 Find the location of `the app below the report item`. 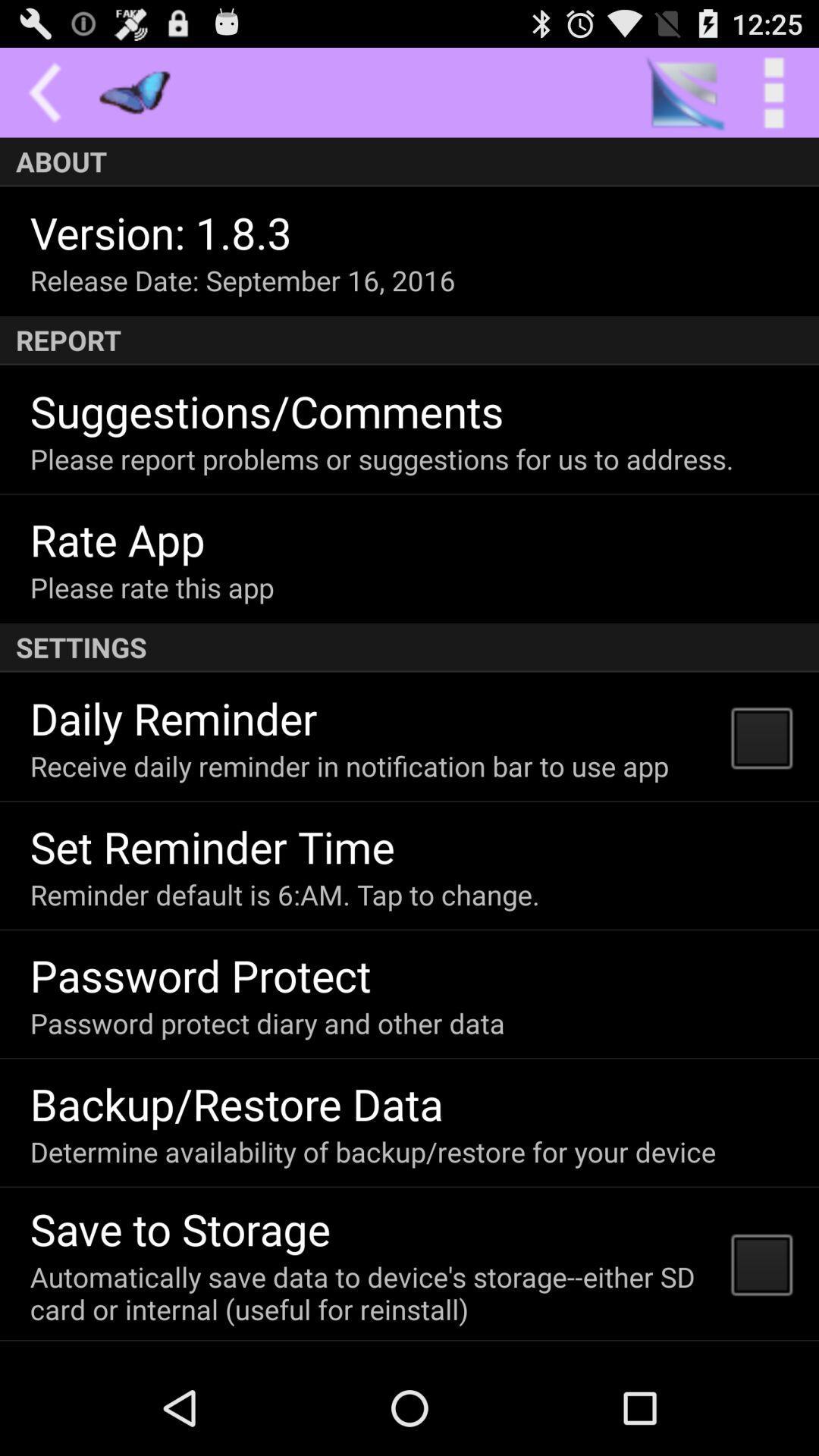

the app below the report item is located at coordinates (266, 410).